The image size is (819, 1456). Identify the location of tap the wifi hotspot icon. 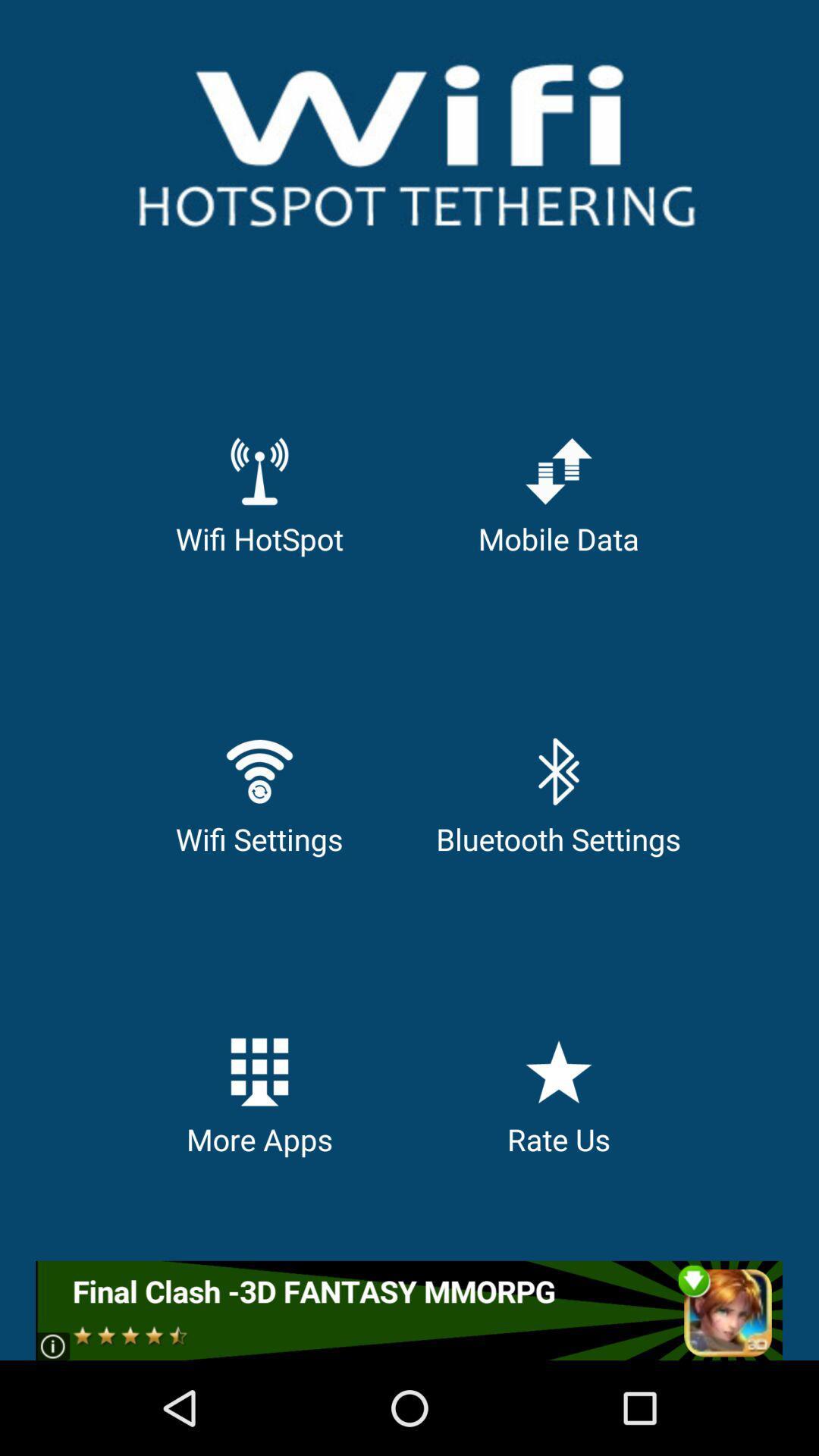
(259, 469).